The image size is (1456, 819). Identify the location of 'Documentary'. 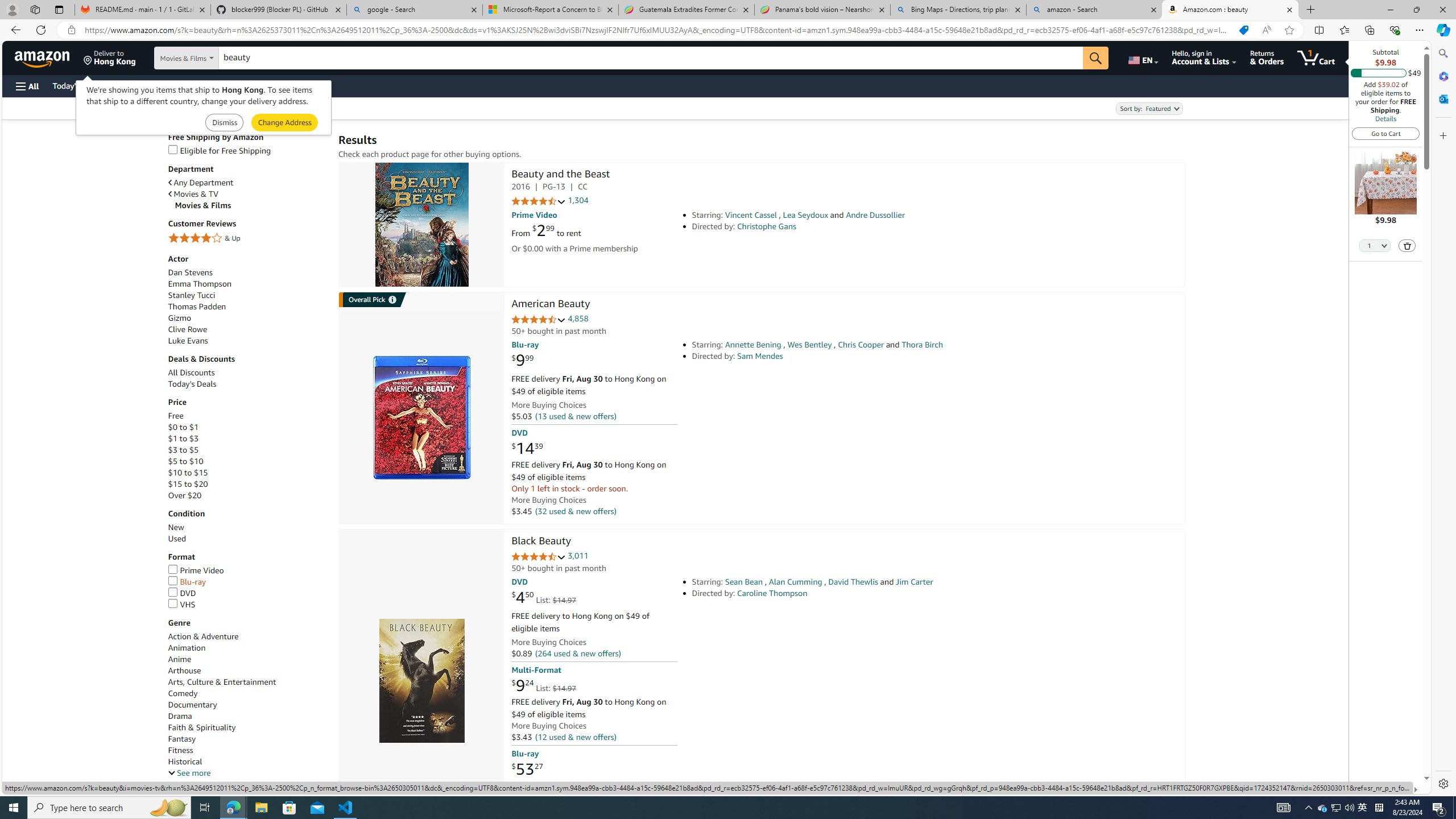
(247, 704).